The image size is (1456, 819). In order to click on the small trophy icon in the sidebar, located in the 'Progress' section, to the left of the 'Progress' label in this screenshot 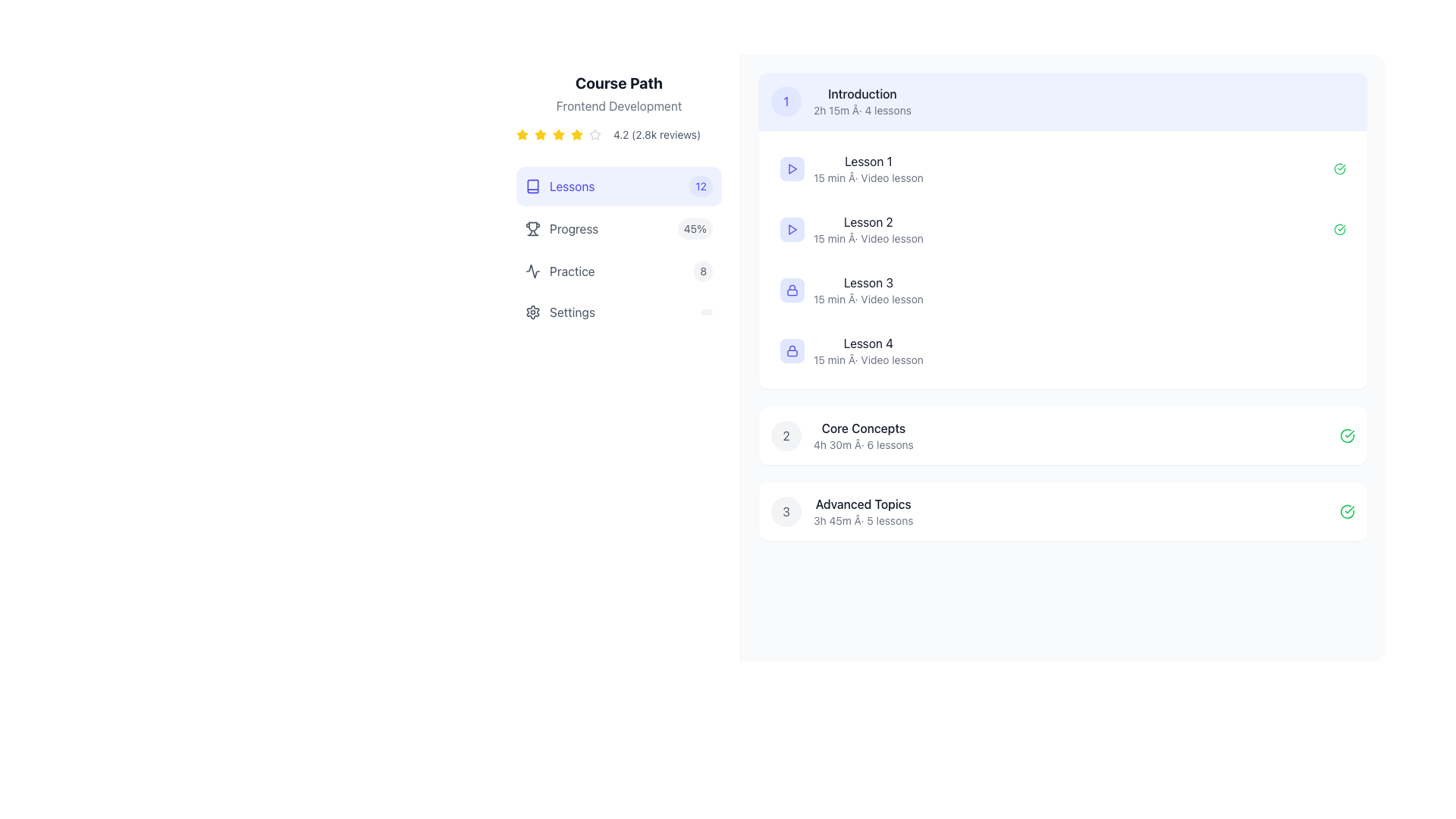, I will do `click(532, 228)`.